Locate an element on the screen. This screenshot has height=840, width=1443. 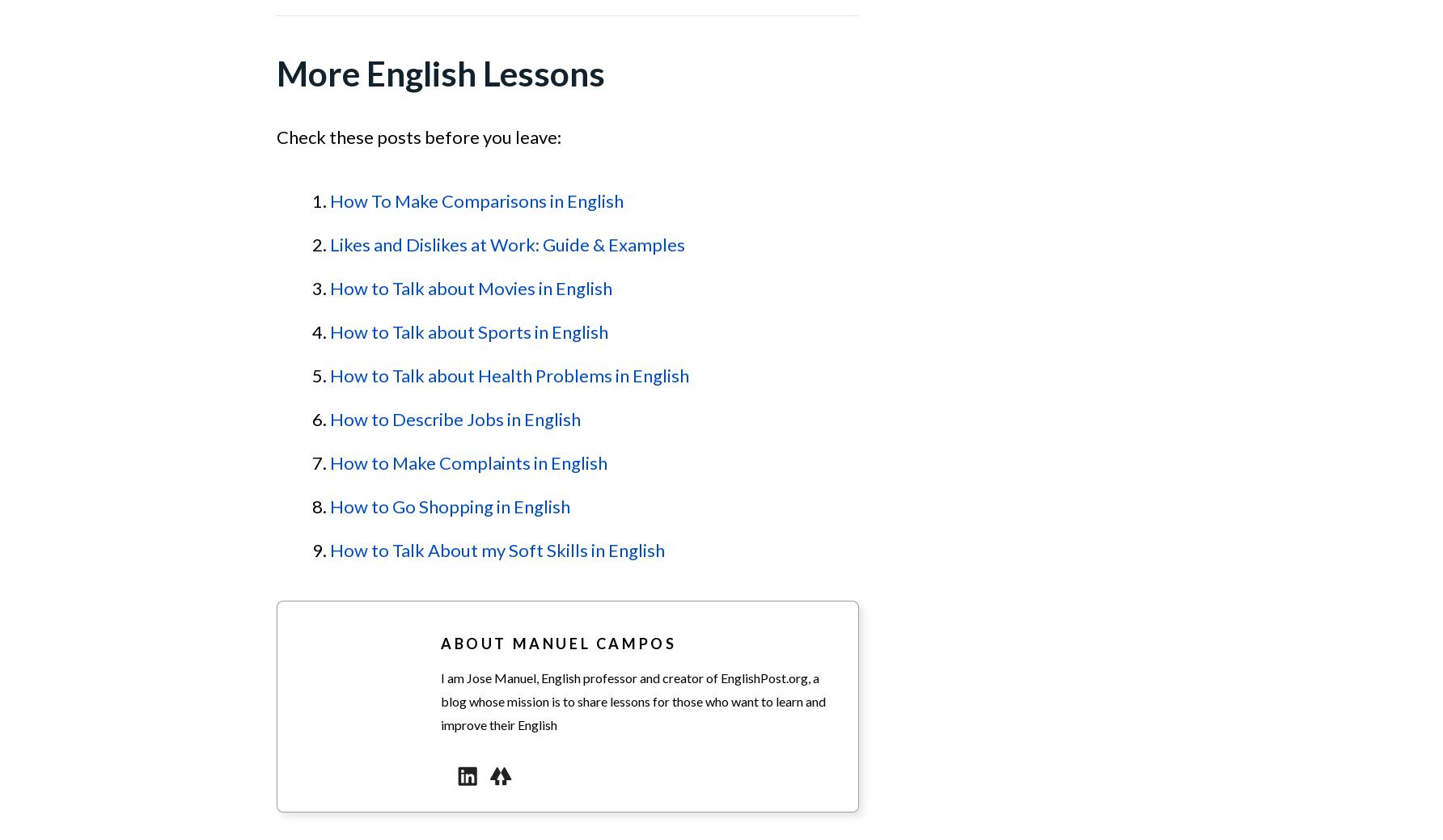
'How to Talk about Health Problems in English' is located at coordinates (508, 374).